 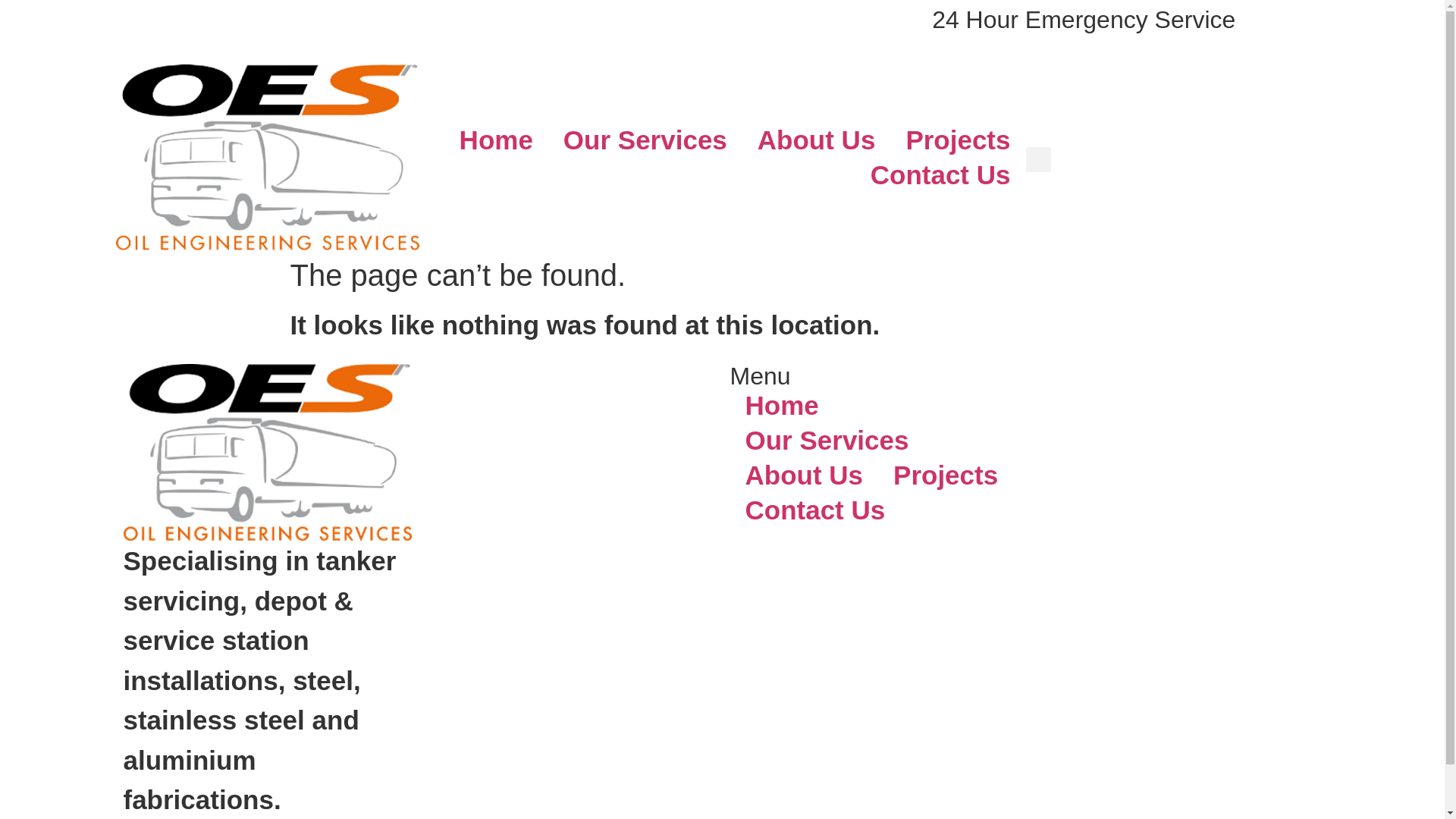 I want to click on 'Projects', so click(x=956, y=140).